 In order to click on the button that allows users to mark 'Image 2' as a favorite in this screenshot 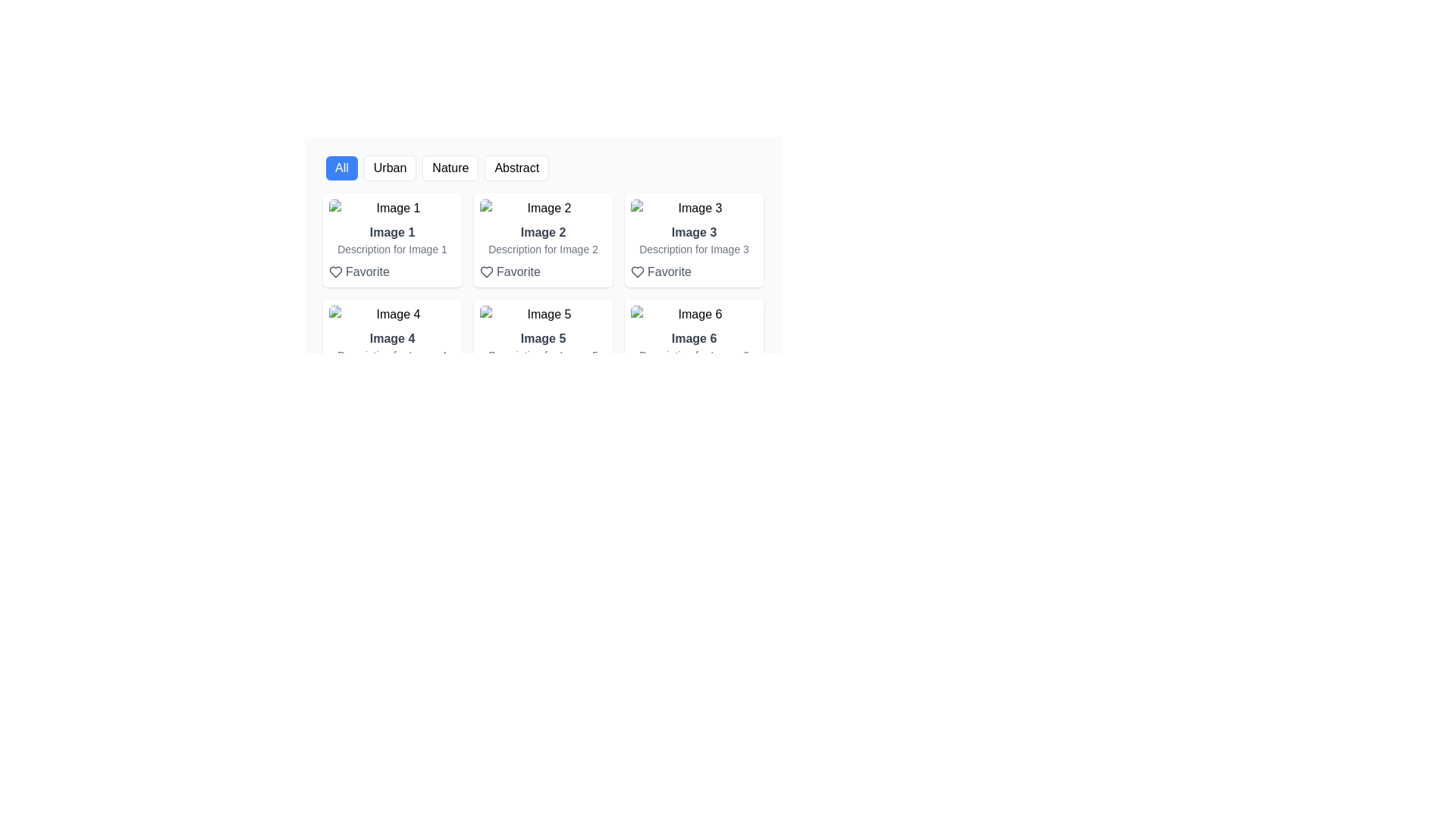, I will do `click(510, 271)`.